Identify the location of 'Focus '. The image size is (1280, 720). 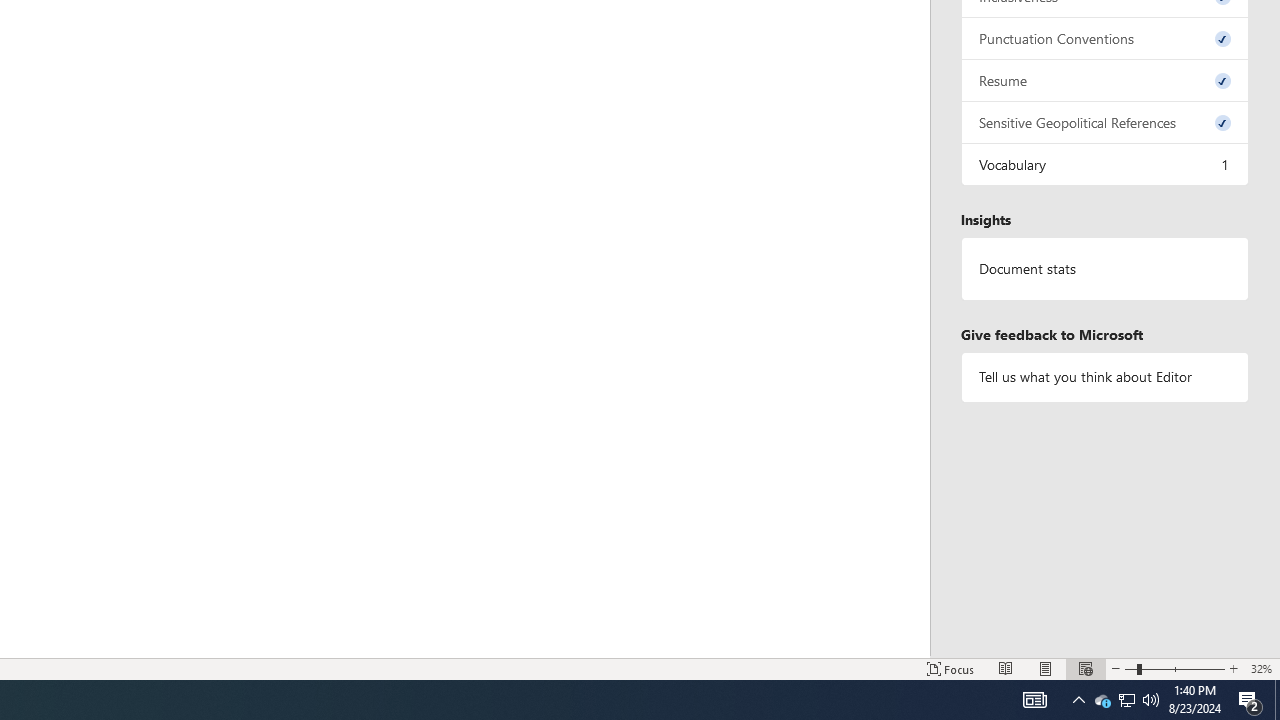
(950, 669).